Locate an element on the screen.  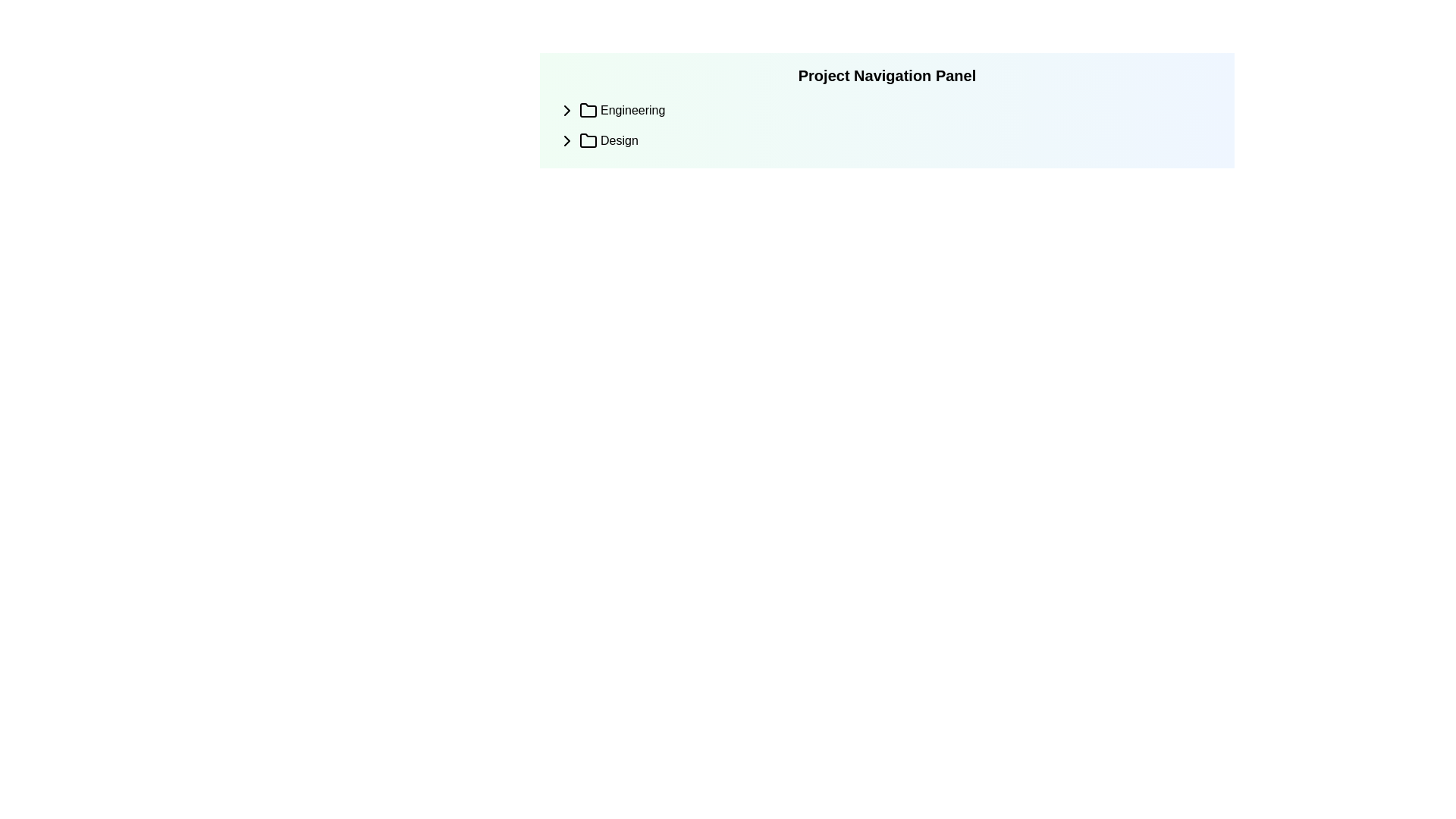
the expandable/collapsible icon located to the left of the folder symbol and the text 'Engineering' is located at coordinates (566, 110).